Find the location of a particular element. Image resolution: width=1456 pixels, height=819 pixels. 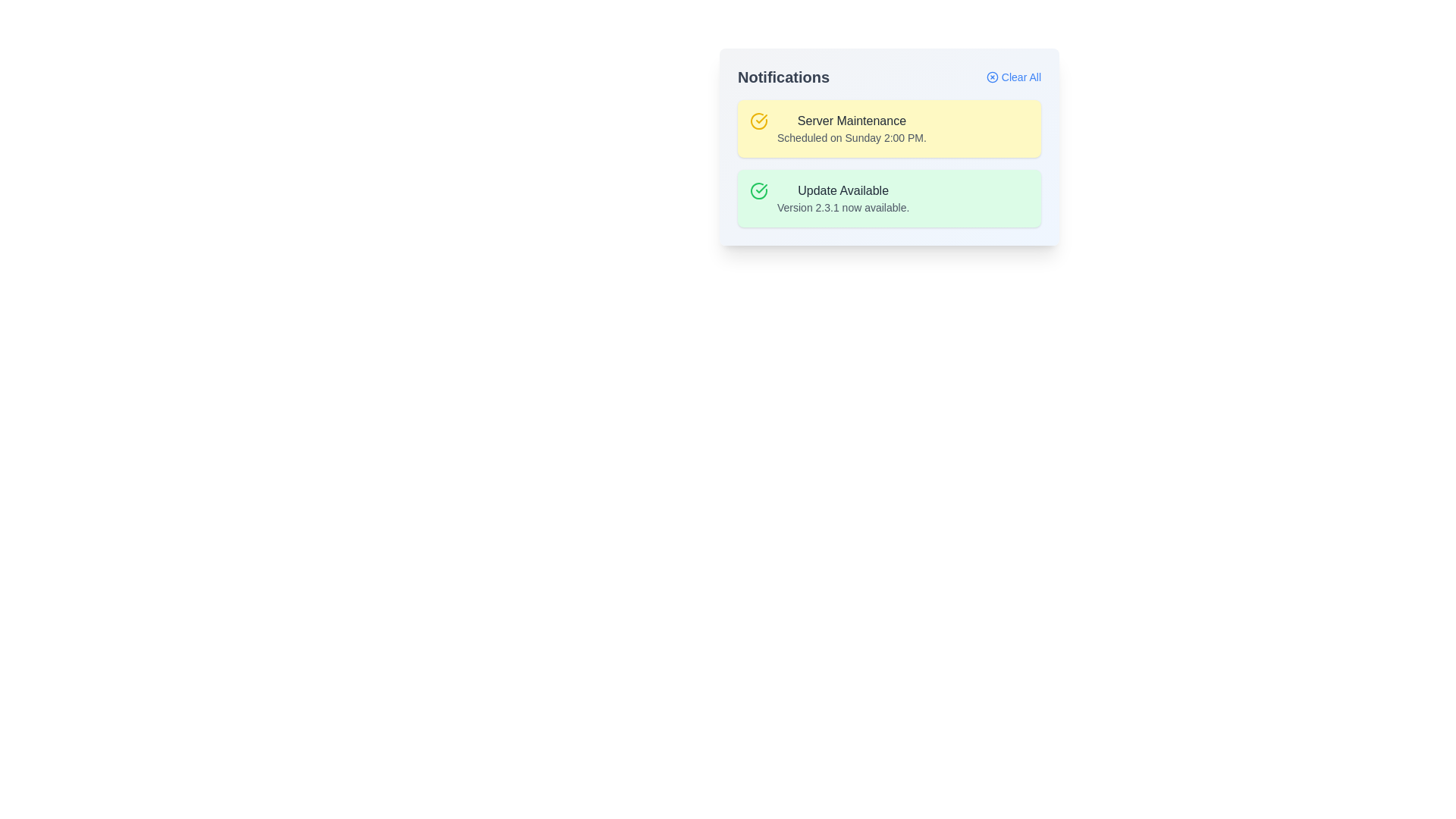

the Text Label that provides scheduling details for the 'Server Maintenance' notification, located directly below the 'Server Maintenance' text in the upper yellow notification card is located at coordinates (852, 137).